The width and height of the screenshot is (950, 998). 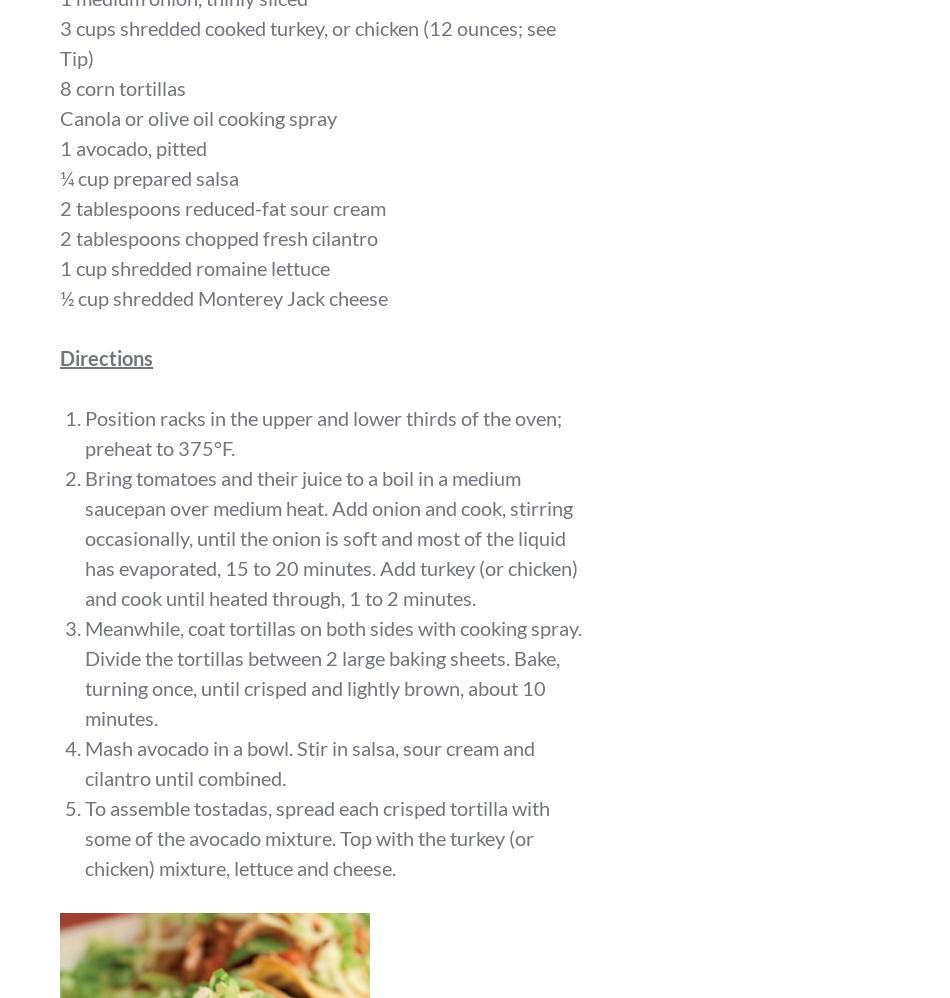 What do you see at coordinates (218, 237) in the screenshot?
I see `'2 tablespoons chopped fresh cilantro'` at bounding box center [218, 237].